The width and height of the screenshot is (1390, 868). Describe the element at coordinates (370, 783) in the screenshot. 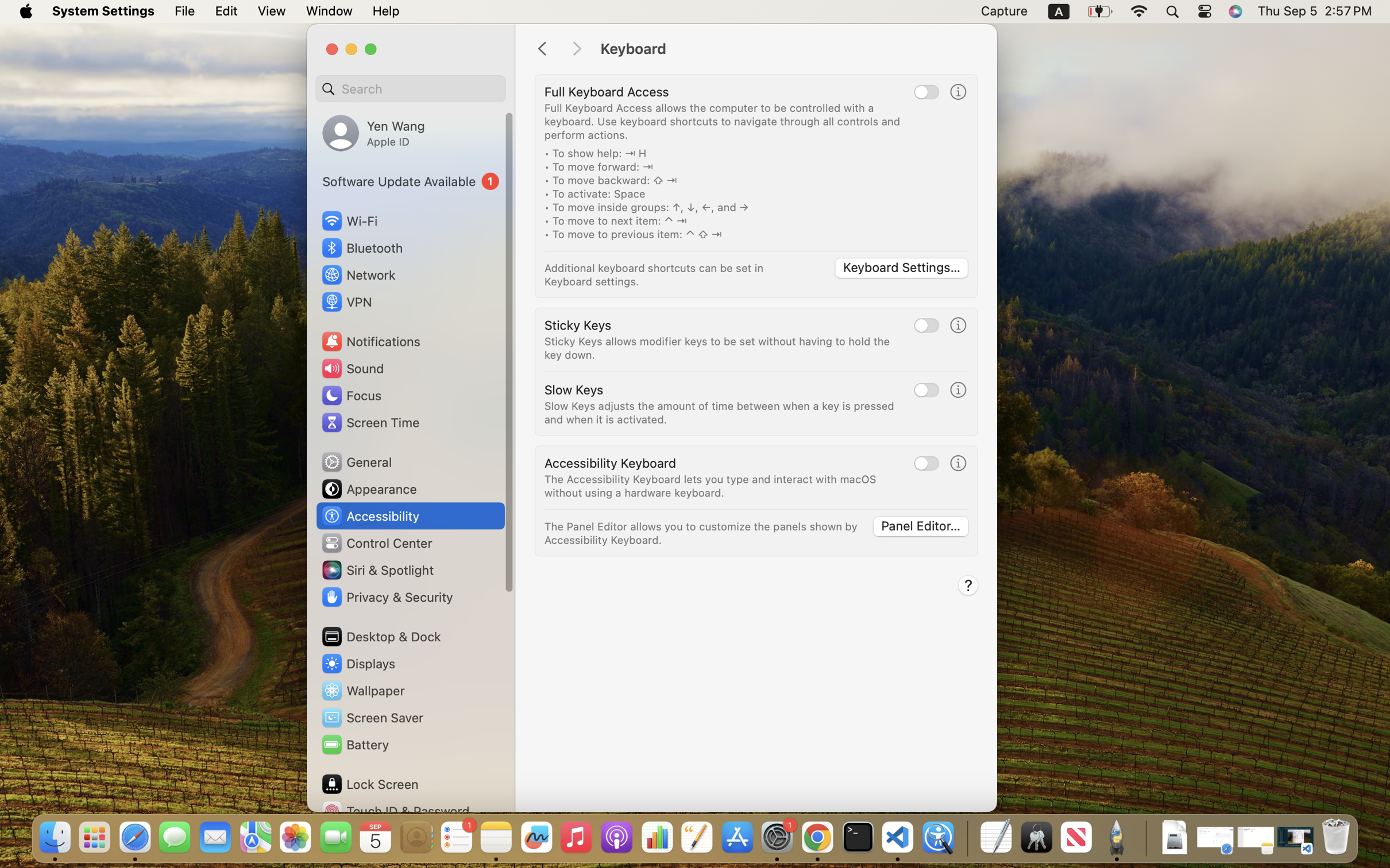

I see `'Lock Screen'` at that location.